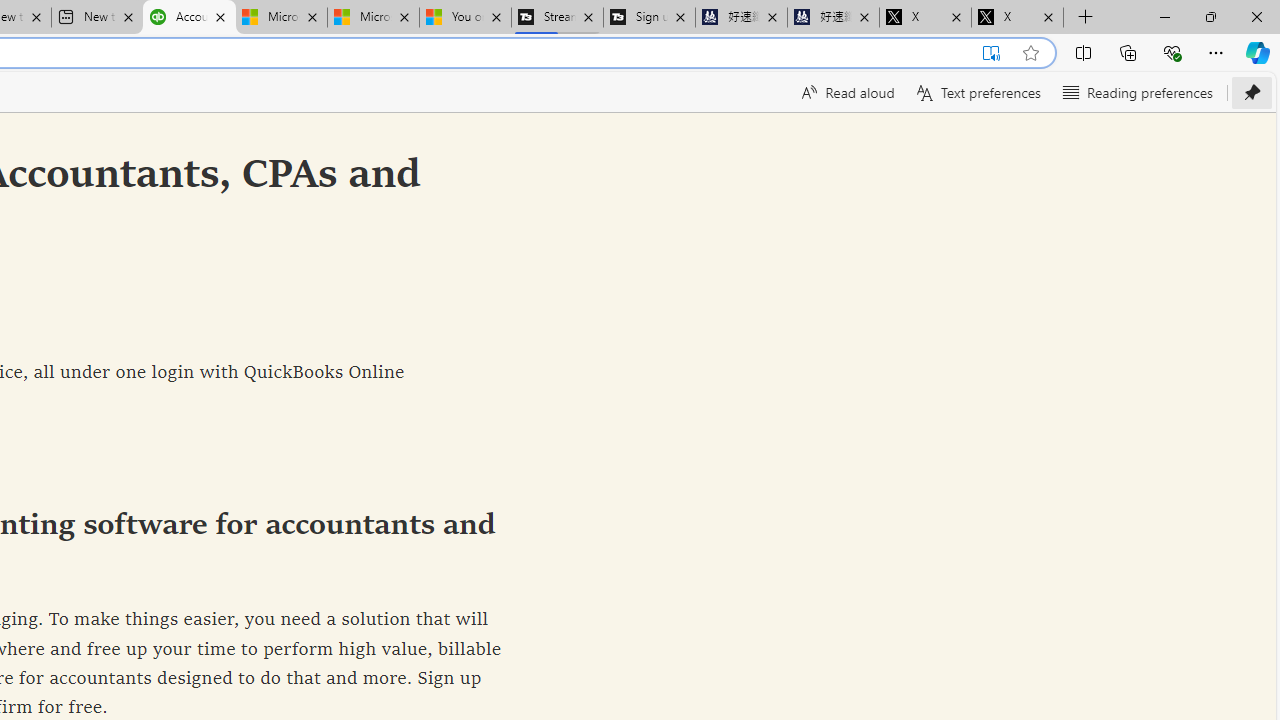 Image resolution: width=1280 pixels, height=720 pixels. I want to click on 'Accounting Software for Accountants, CPAs and Bookkeepers', so click(189, 17).